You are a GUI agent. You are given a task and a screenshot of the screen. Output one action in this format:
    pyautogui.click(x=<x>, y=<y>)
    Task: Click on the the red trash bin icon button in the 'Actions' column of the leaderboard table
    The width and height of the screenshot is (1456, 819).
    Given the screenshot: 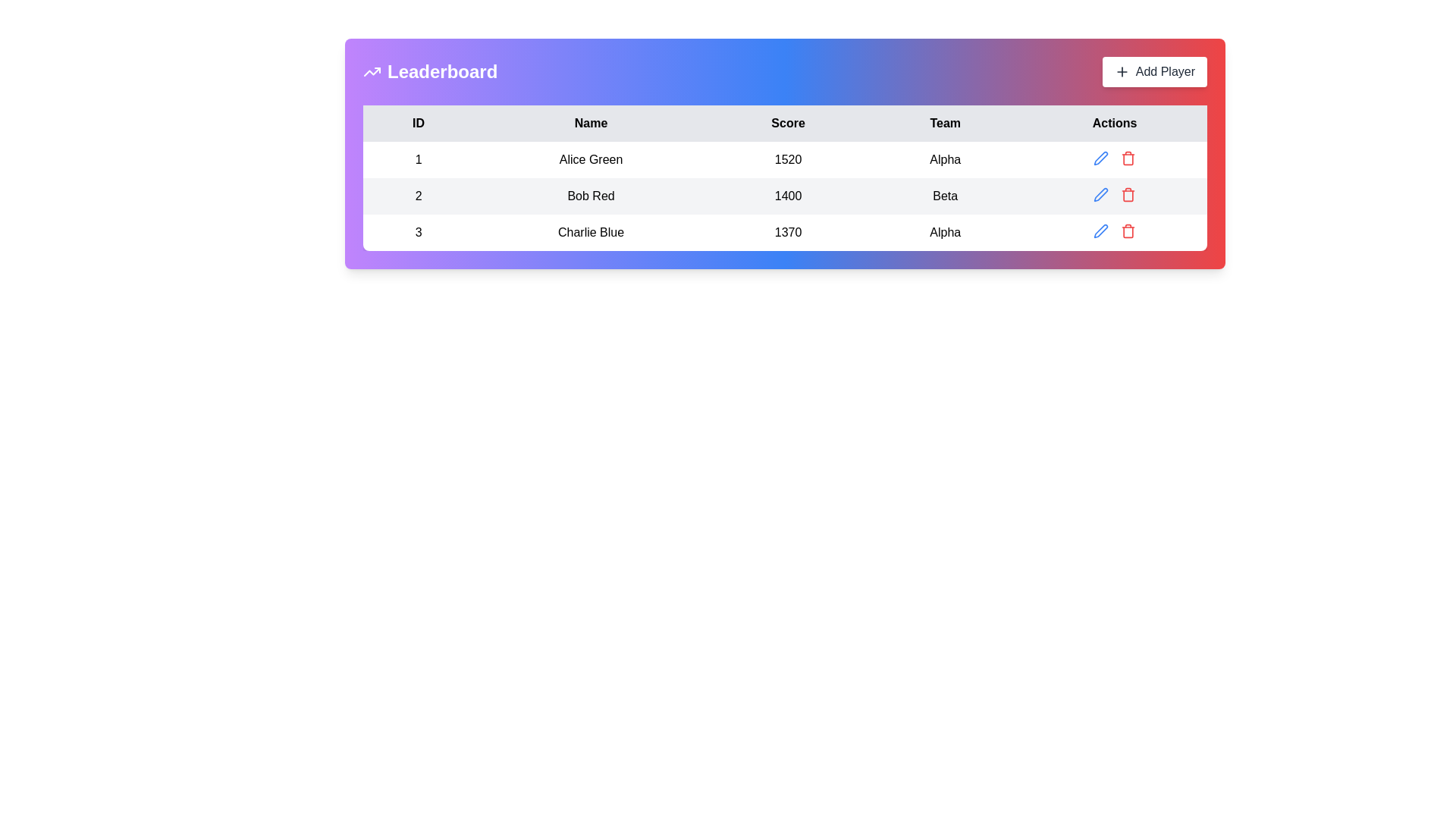 What is the action you would take?
    pyautogui.click(x=1128, y=231)
    